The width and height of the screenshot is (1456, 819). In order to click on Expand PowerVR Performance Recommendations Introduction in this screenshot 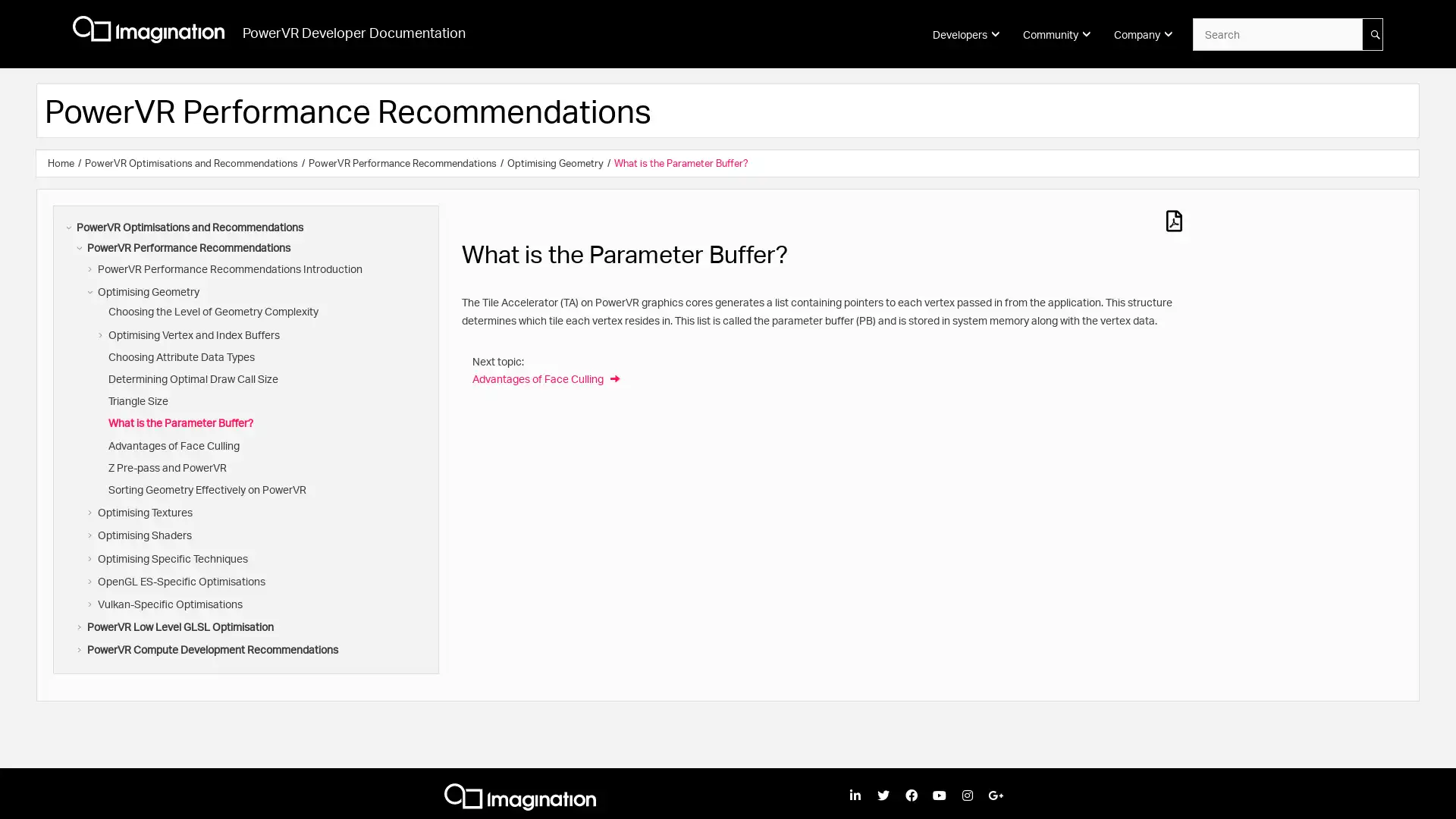, I will do `click(90, 268)`.